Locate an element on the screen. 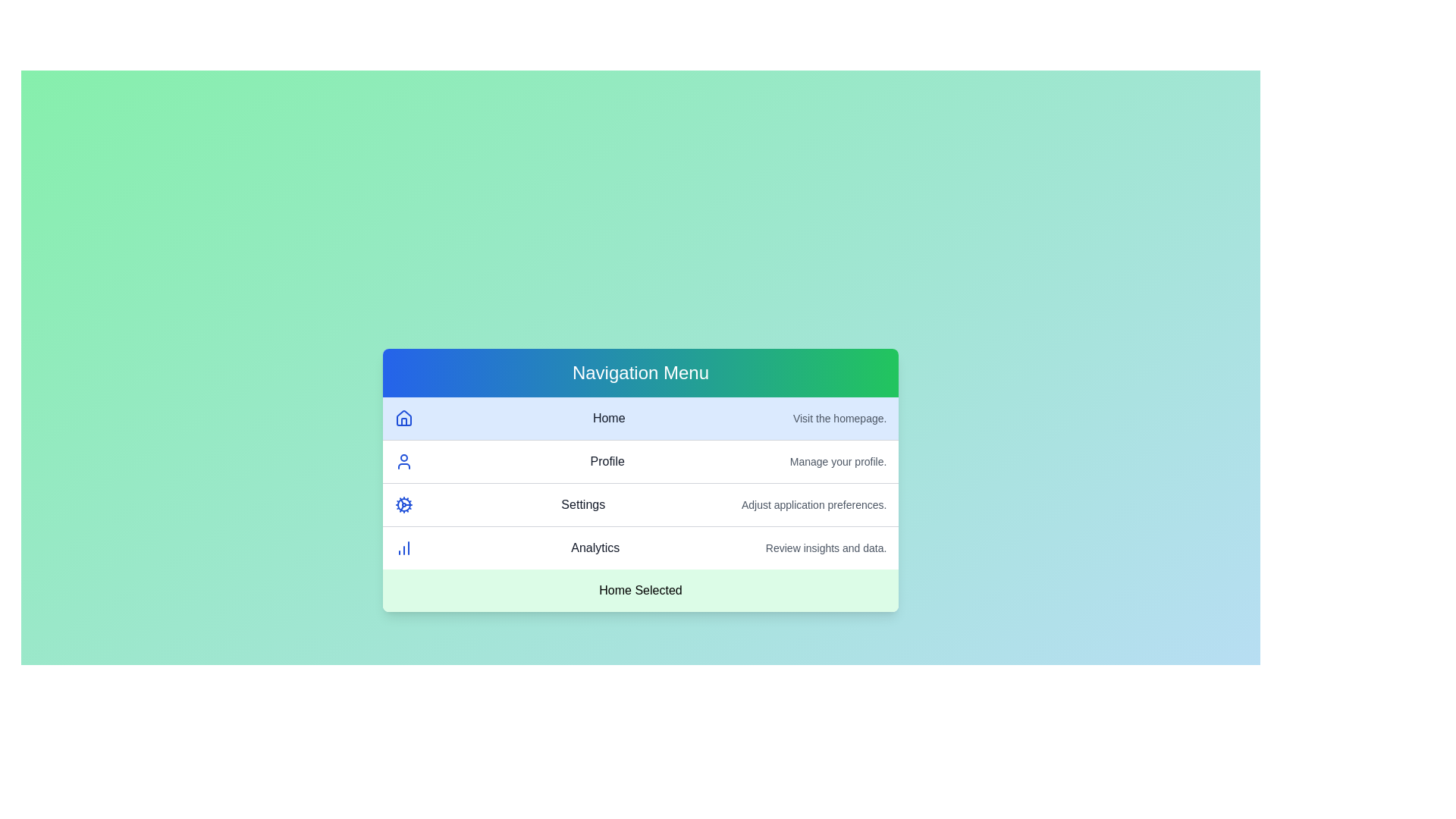  the footer text of the AdvancedMenu component is located at coordinates (640, 589).